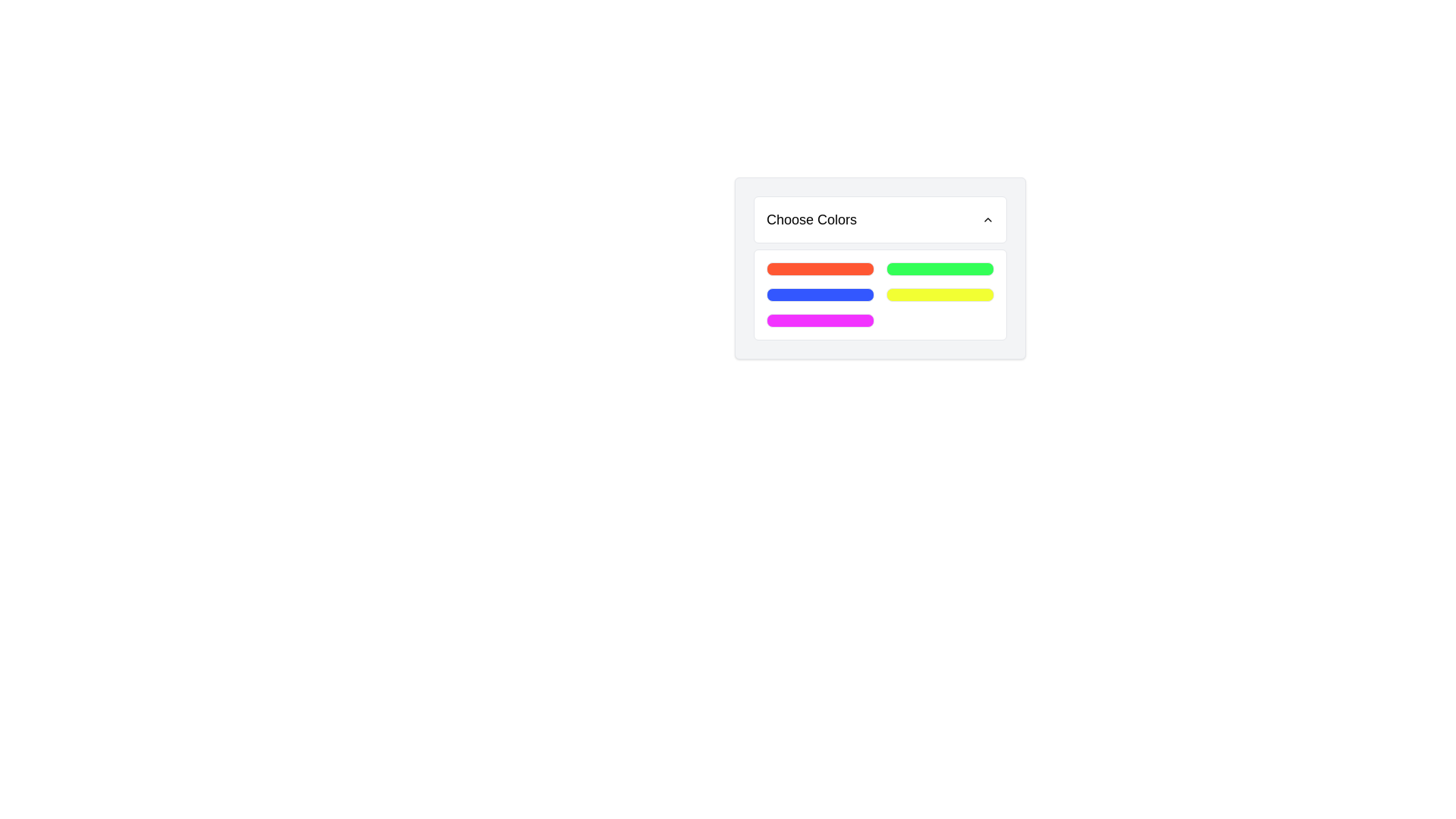 The image size is (1456, 819). I want to click on the decorative or interactive rectangle located in the bottom-left corner of the 2x4 grid, which serves as a selectable item for color choices, so click(819, 320).